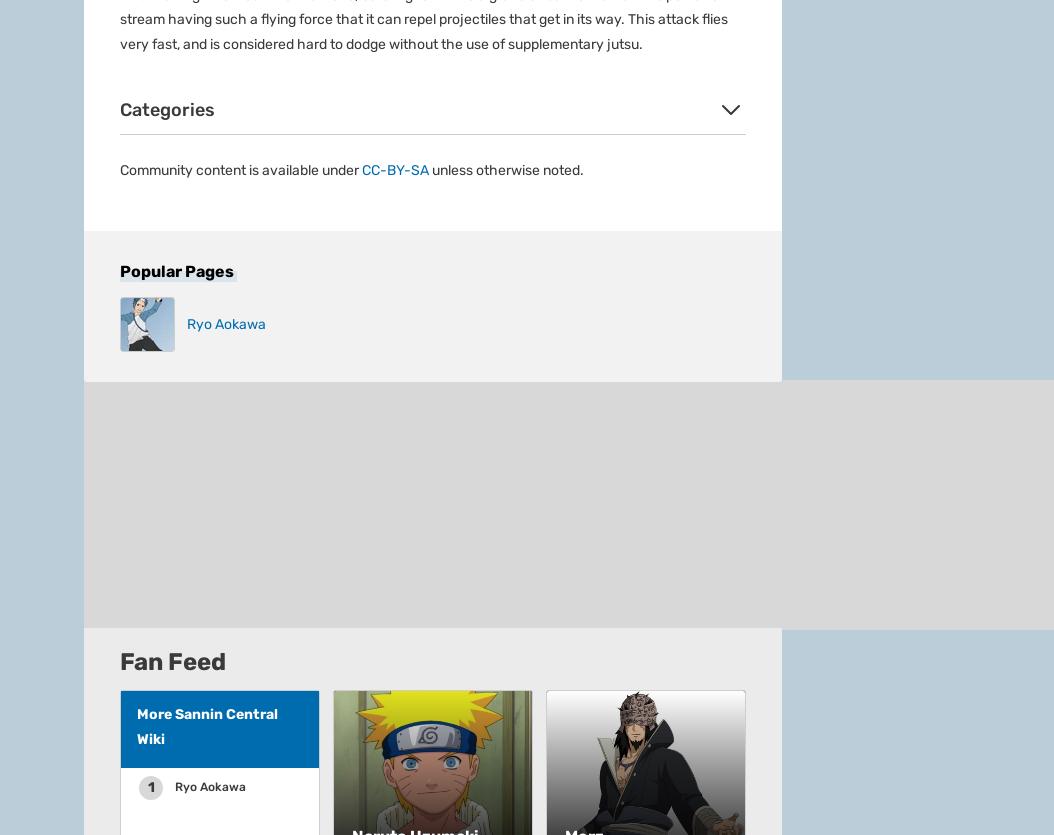 The width and height of the screenshot is (1054, 835). Describe the element at coordinates (128, 302) in the screenshot. I see `'Fandom Apps'` at that location.